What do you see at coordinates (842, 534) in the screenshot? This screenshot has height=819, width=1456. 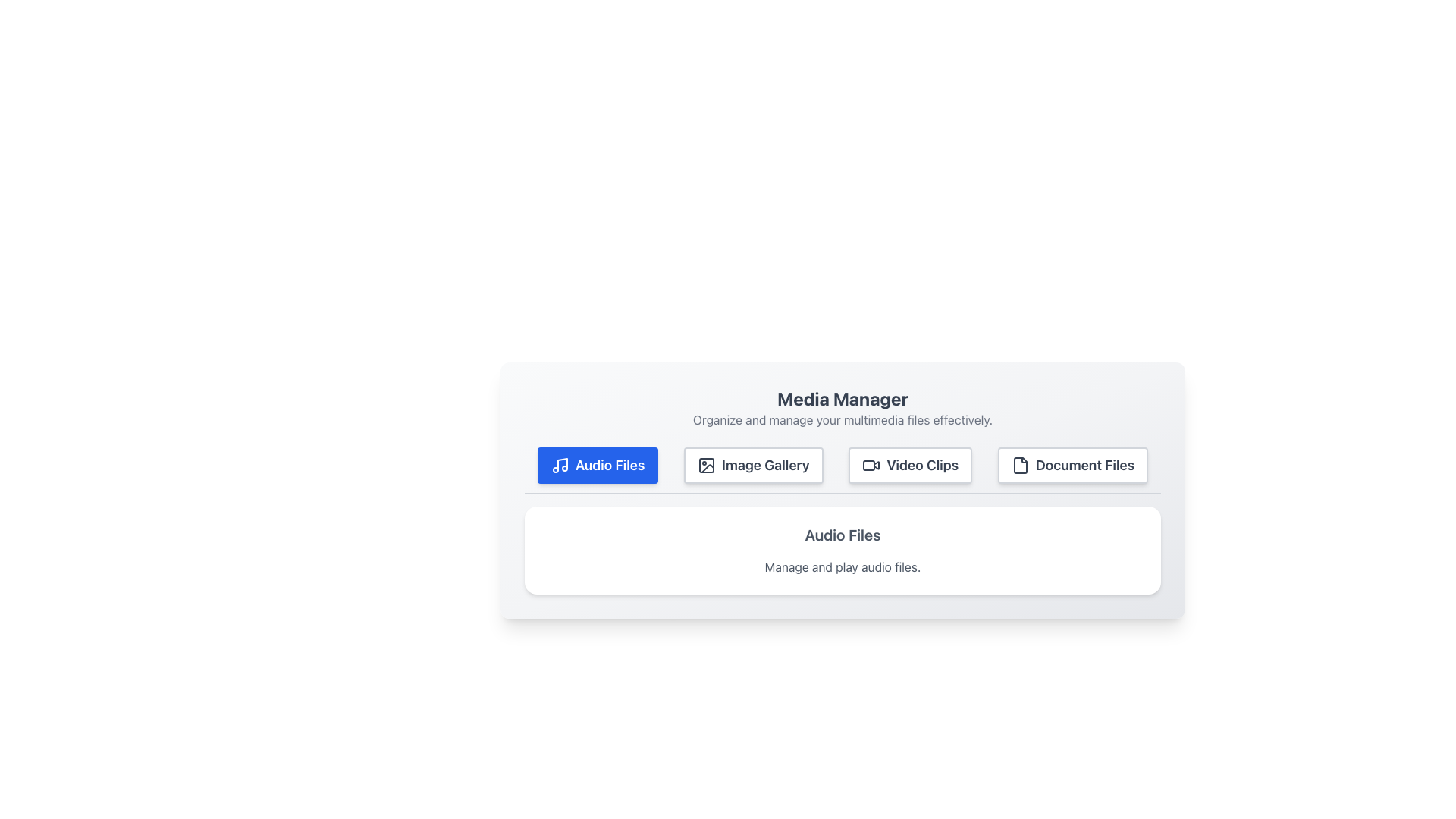 I see `the static text that serves as a title for managing and playing audio files, located near the top of the section, above the related text element` at bounding box center [842, 534].